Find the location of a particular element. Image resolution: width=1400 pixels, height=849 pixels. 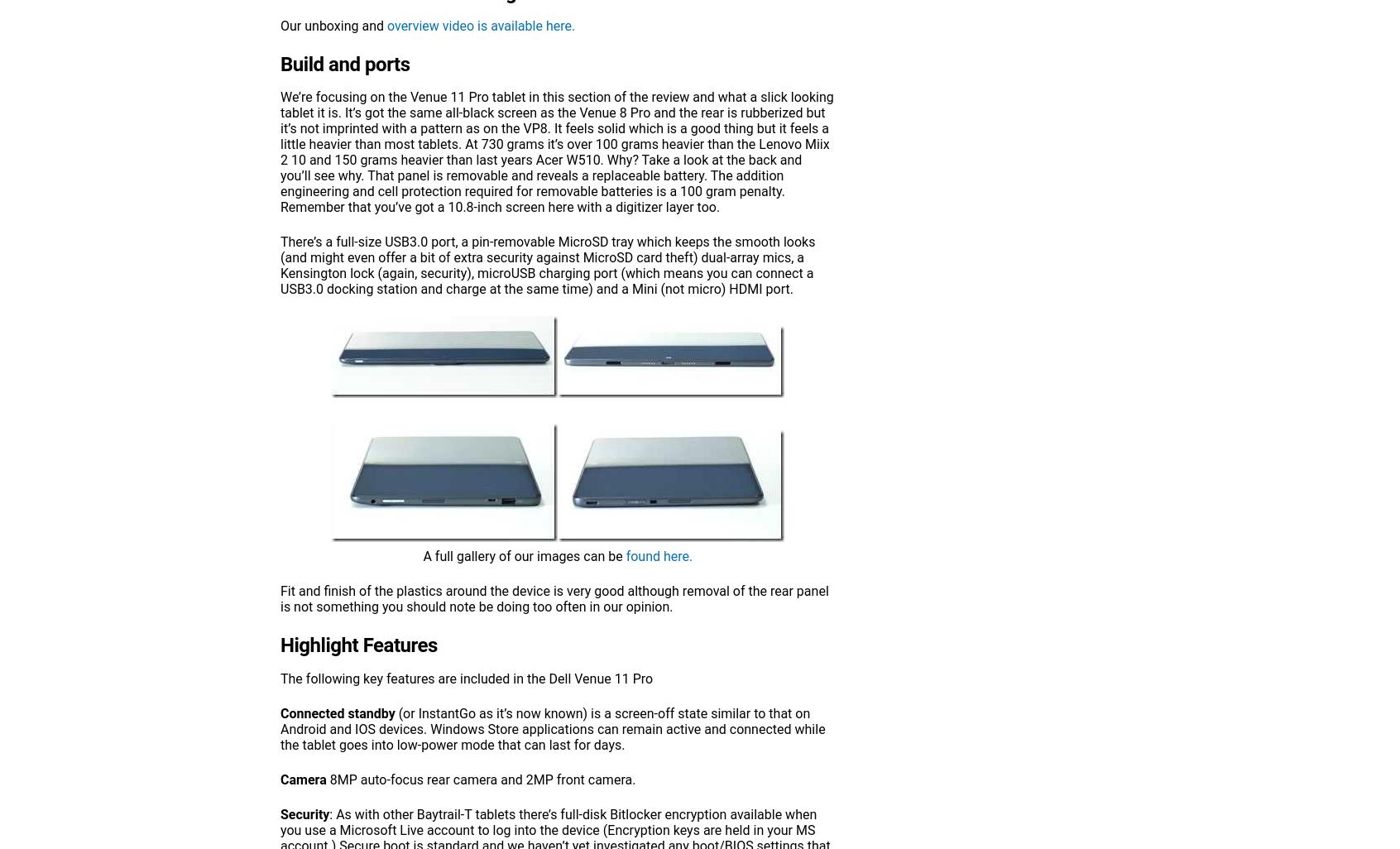

'Fit and finish of the plastics around the device is very good although removal of the rear panel is not something you should note be doing too often in our opinion.' is located at coordinates (554, 599).